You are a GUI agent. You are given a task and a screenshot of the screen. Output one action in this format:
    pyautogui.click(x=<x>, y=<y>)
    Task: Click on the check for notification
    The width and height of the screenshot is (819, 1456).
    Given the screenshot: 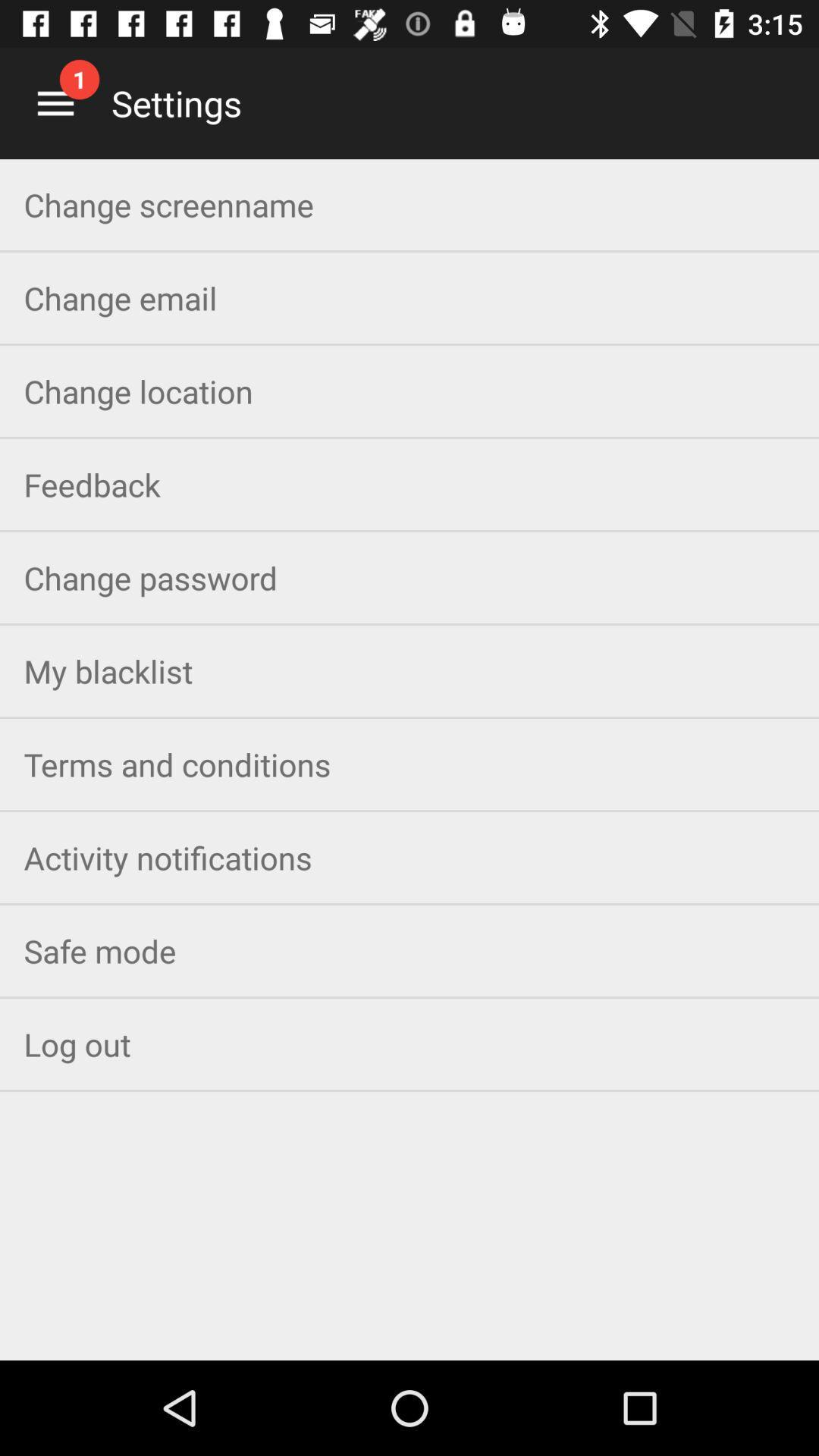 What is the action you would take?
    pyautogui.click(x=55, y=102)
    